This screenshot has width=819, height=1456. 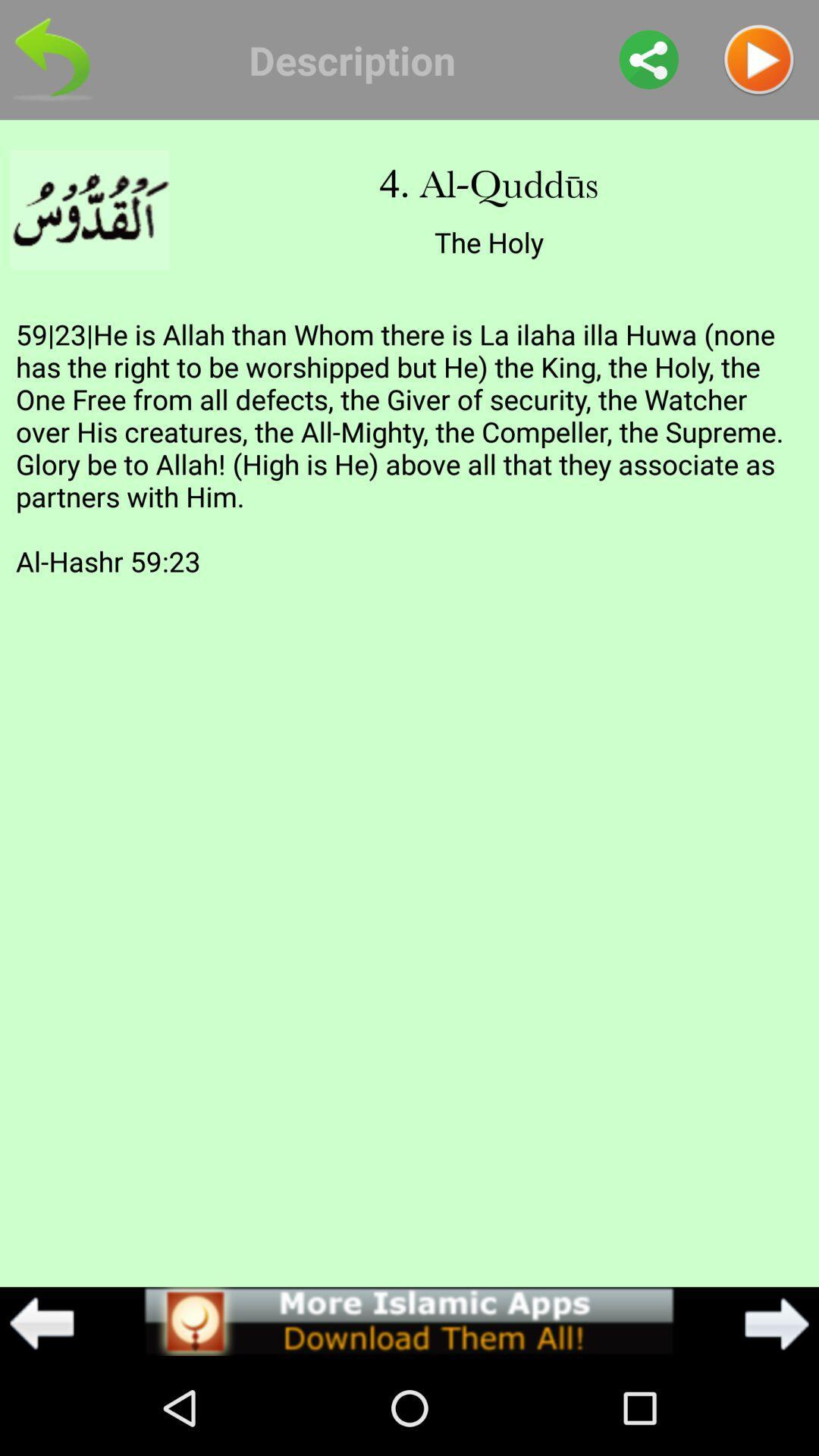 What do you see at coordinates (41, 1323) in the screenshot?
I see `the icon below 59 23 he` at bounding box center [41, 1323].